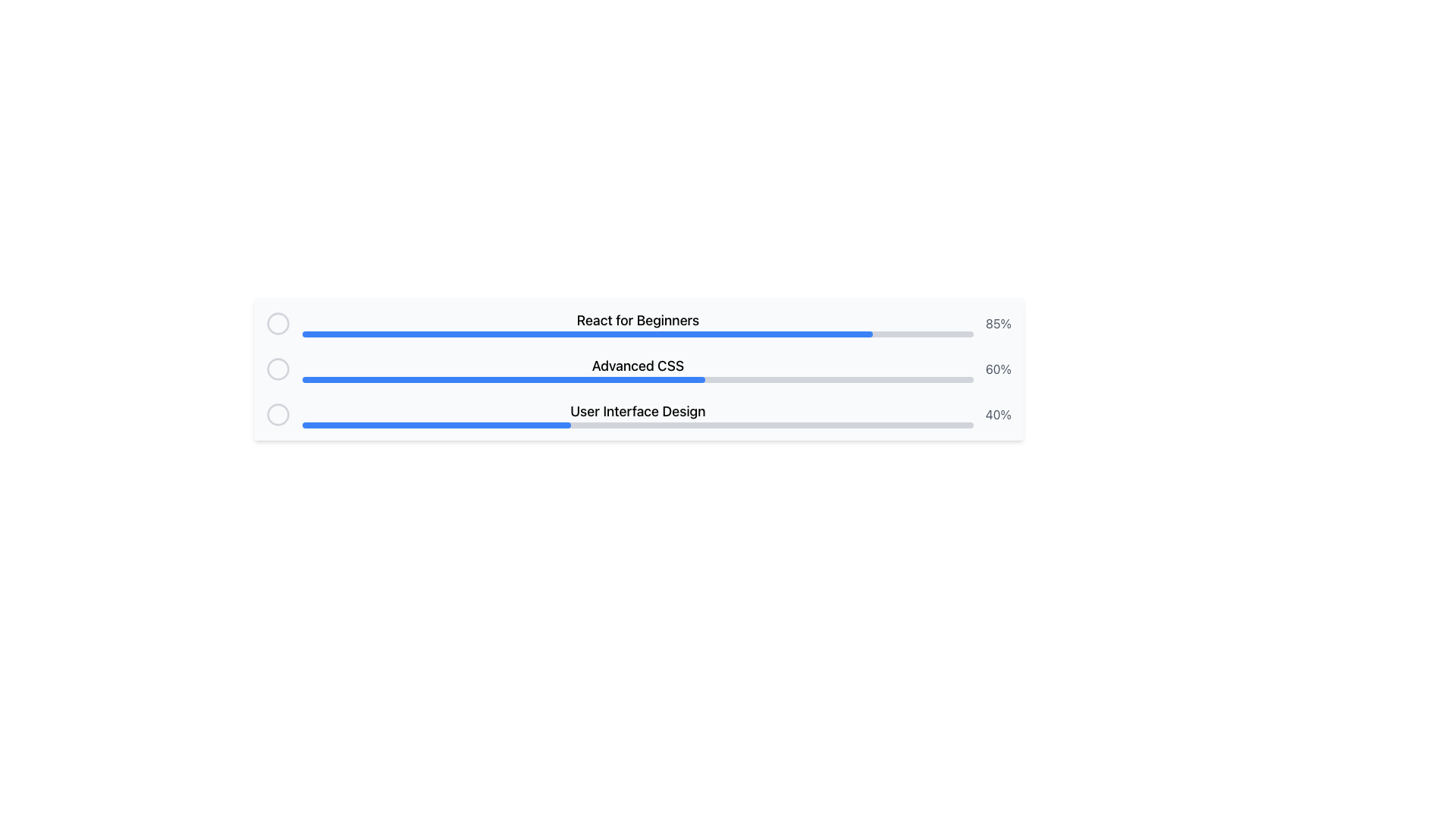 The width and height of the screenshot is (1456, 819). I want to click on the progress value of the blue progress bar indicating 60% completion for the 'Advanced CSS' course, which is the second bar in a sequence of three horizontally-aligned bars, so click(504, 379).